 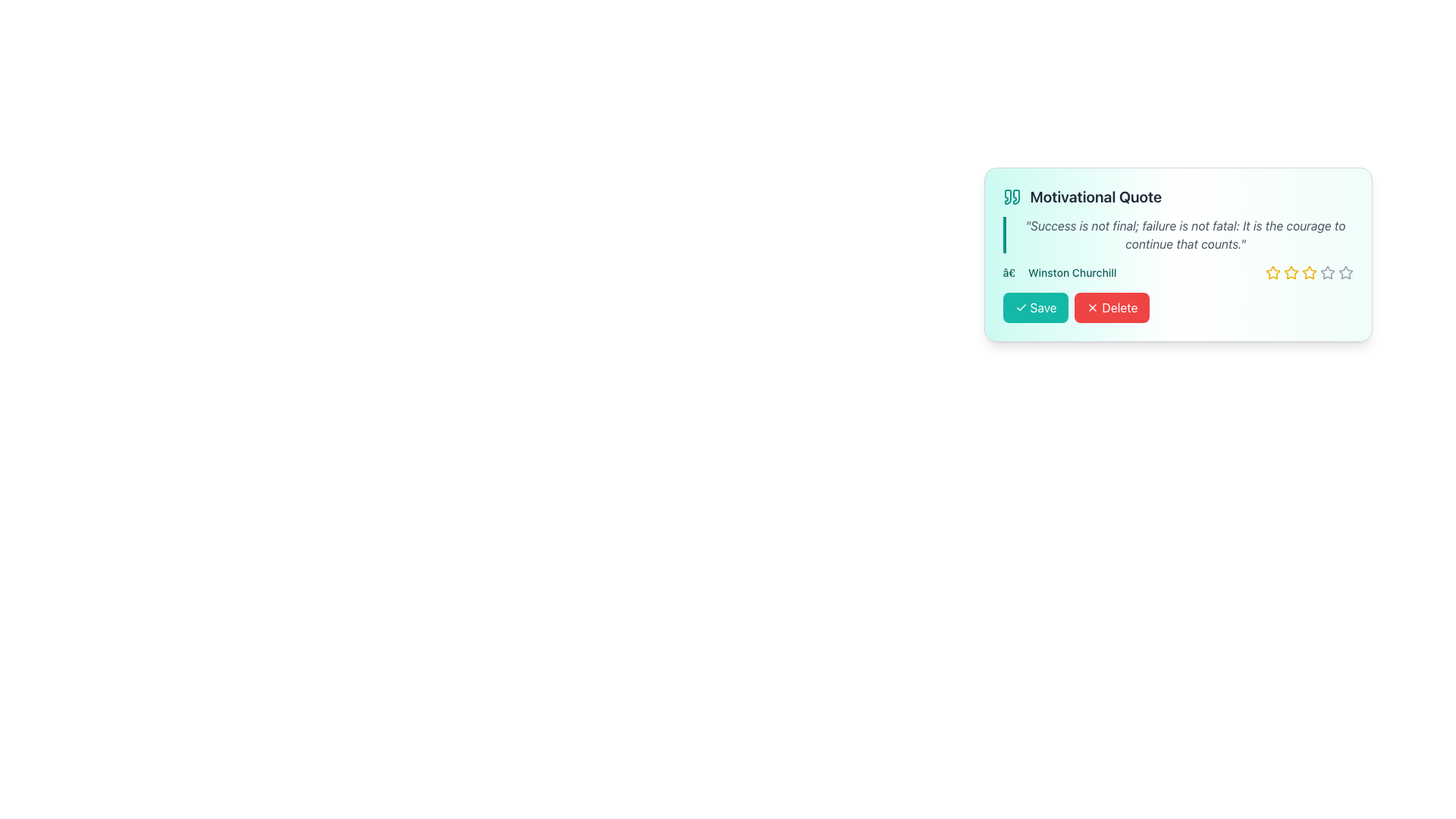 I want to click on the decorative icon representing a teal double quotation mark, which is the first element in the header row containing 'Motivational Quote', so click(x=1012, y=196).